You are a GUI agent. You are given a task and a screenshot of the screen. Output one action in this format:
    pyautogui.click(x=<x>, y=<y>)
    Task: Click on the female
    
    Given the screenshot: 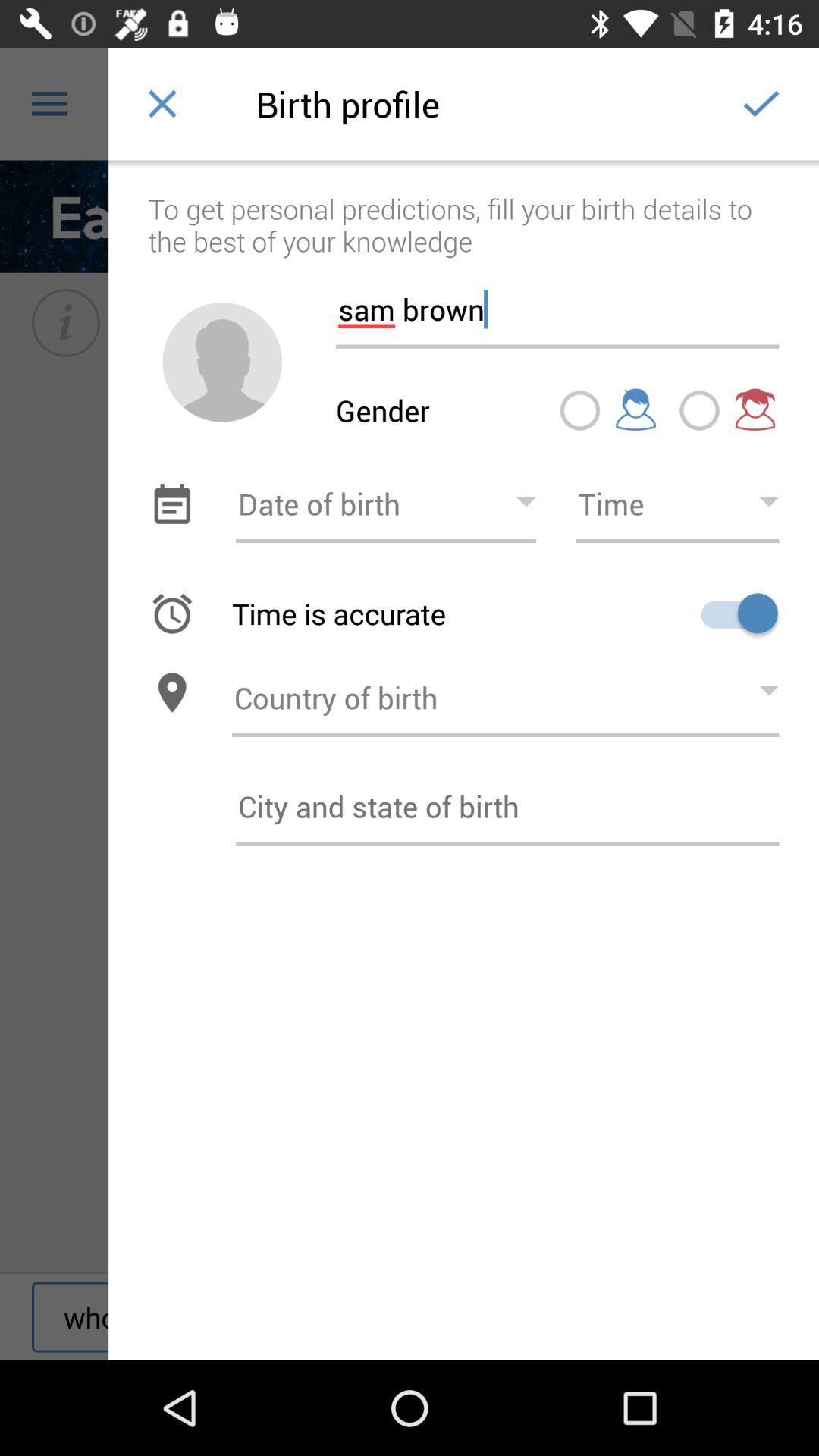 What is the action you would take?
    pyautogui.click(x=699, y=410)
    